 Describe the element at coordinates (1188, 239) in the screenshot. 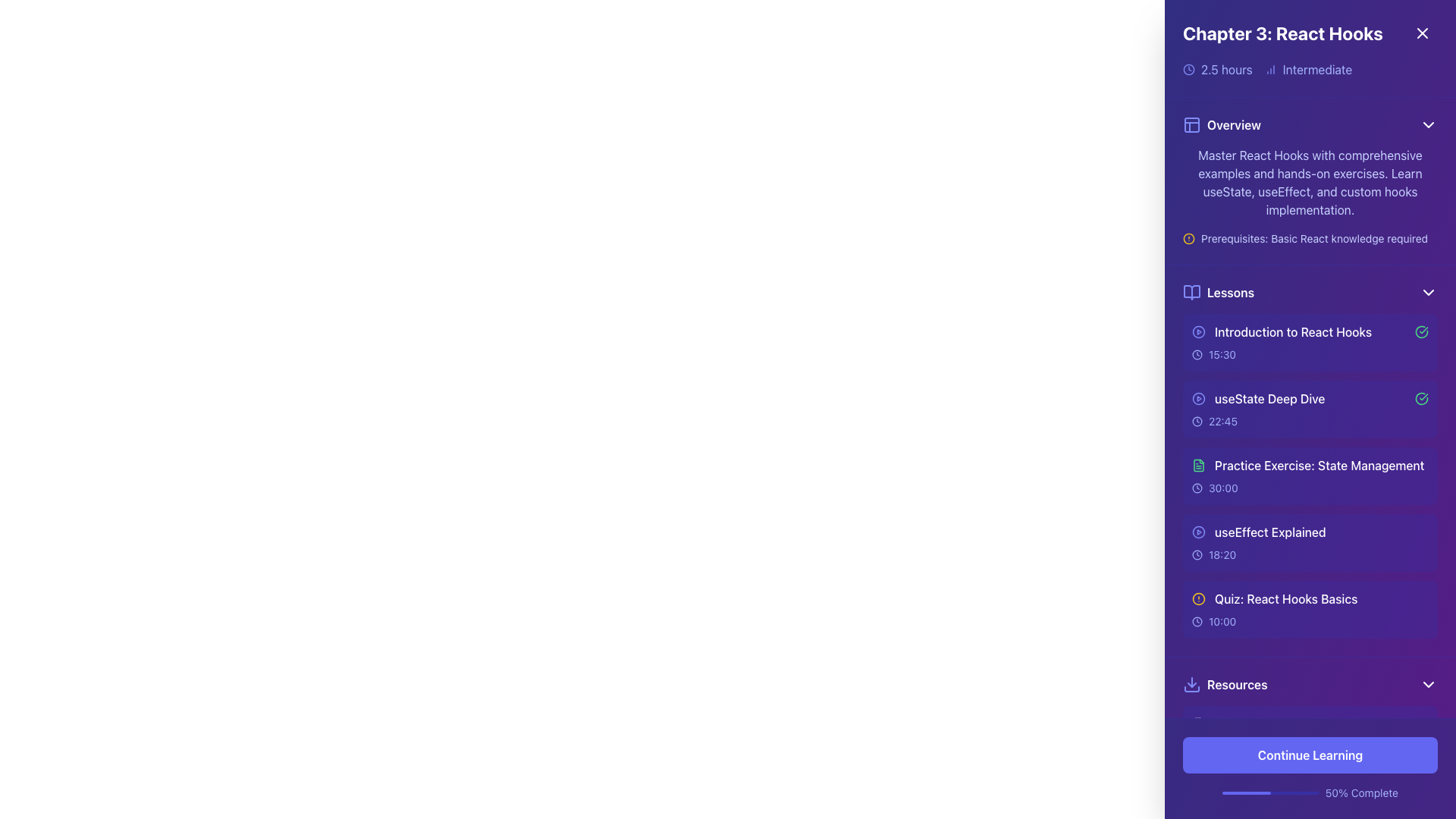

I see `the alert icon located at the top of the Overview section next to the text 'Prerequisites: Basic React knowledge required'` at that location.